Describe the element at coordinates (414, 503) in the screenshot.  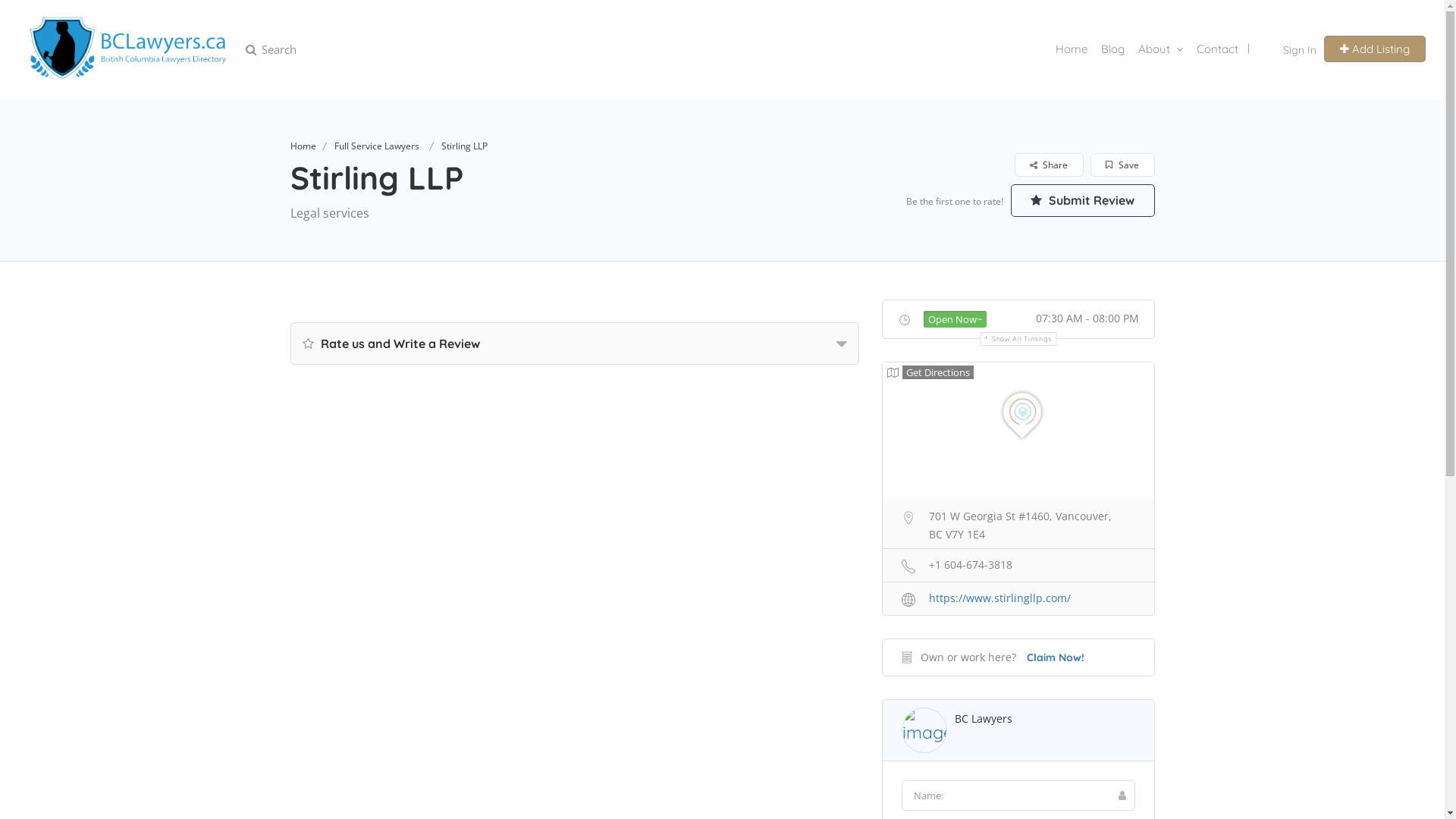
I see `'Submit'` at that location.